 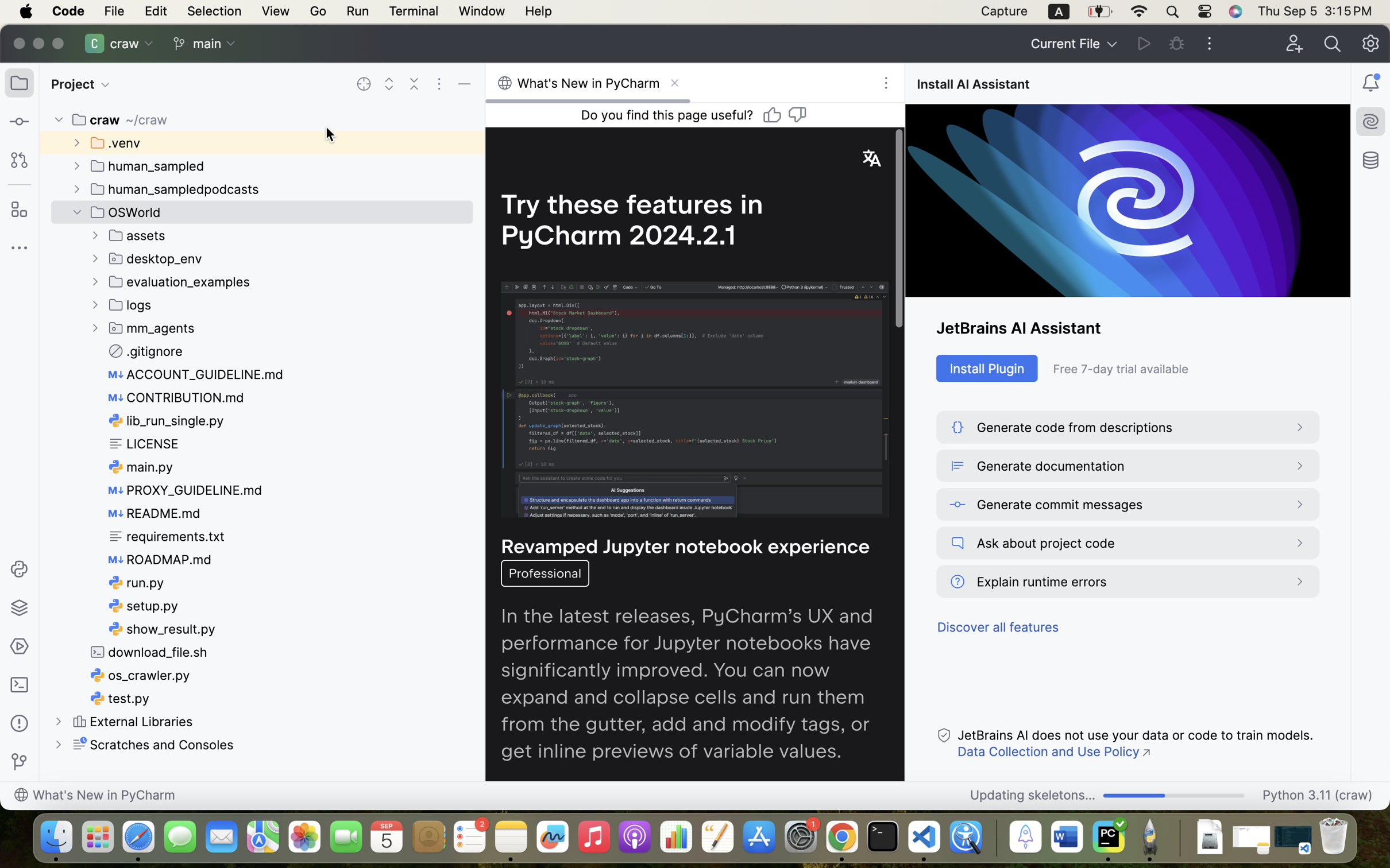 What do you see at coordinates (186, 489) in the screenshot?
I see `'PROXY_GUIDELINE.md'` at bounding box center [186, 489].